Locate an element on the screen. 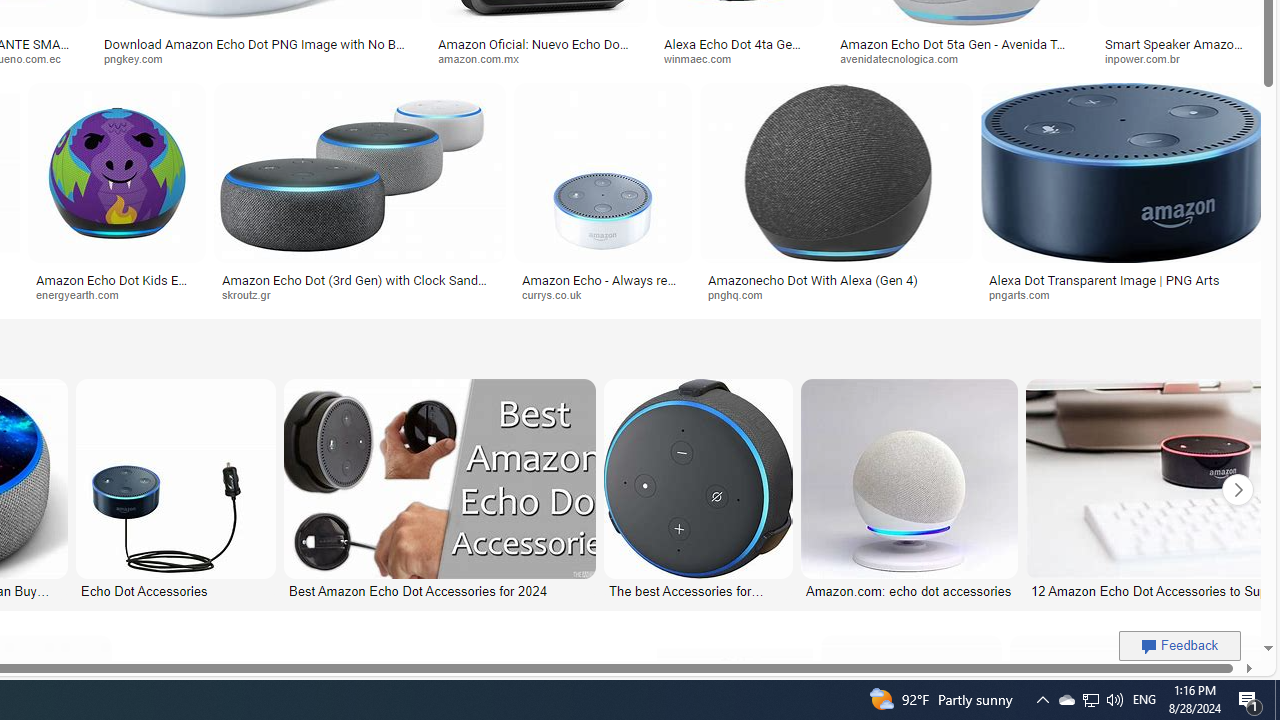 This screenshot has height=720, width=1280. 'Click to scroll right' is located at coordinates (1237, 489).